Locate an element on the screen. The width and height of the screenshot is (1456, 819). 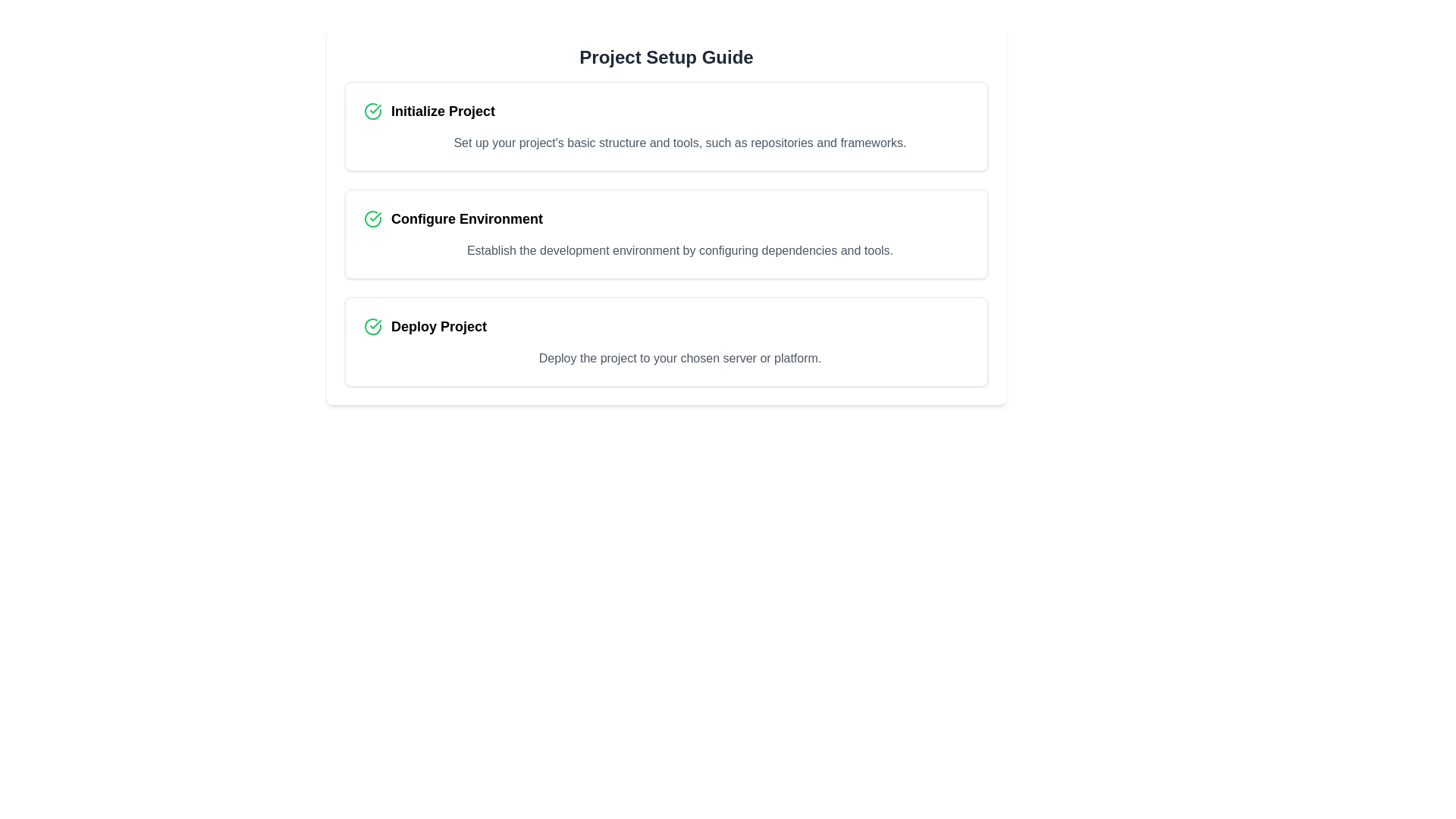
bold, dark-colored text label that says 'Deploy Project', which is located in the third section of the 'Project Setup Guide', positioned to the right of a green circular icon with a checkmark is located at coordinates (438, 326).